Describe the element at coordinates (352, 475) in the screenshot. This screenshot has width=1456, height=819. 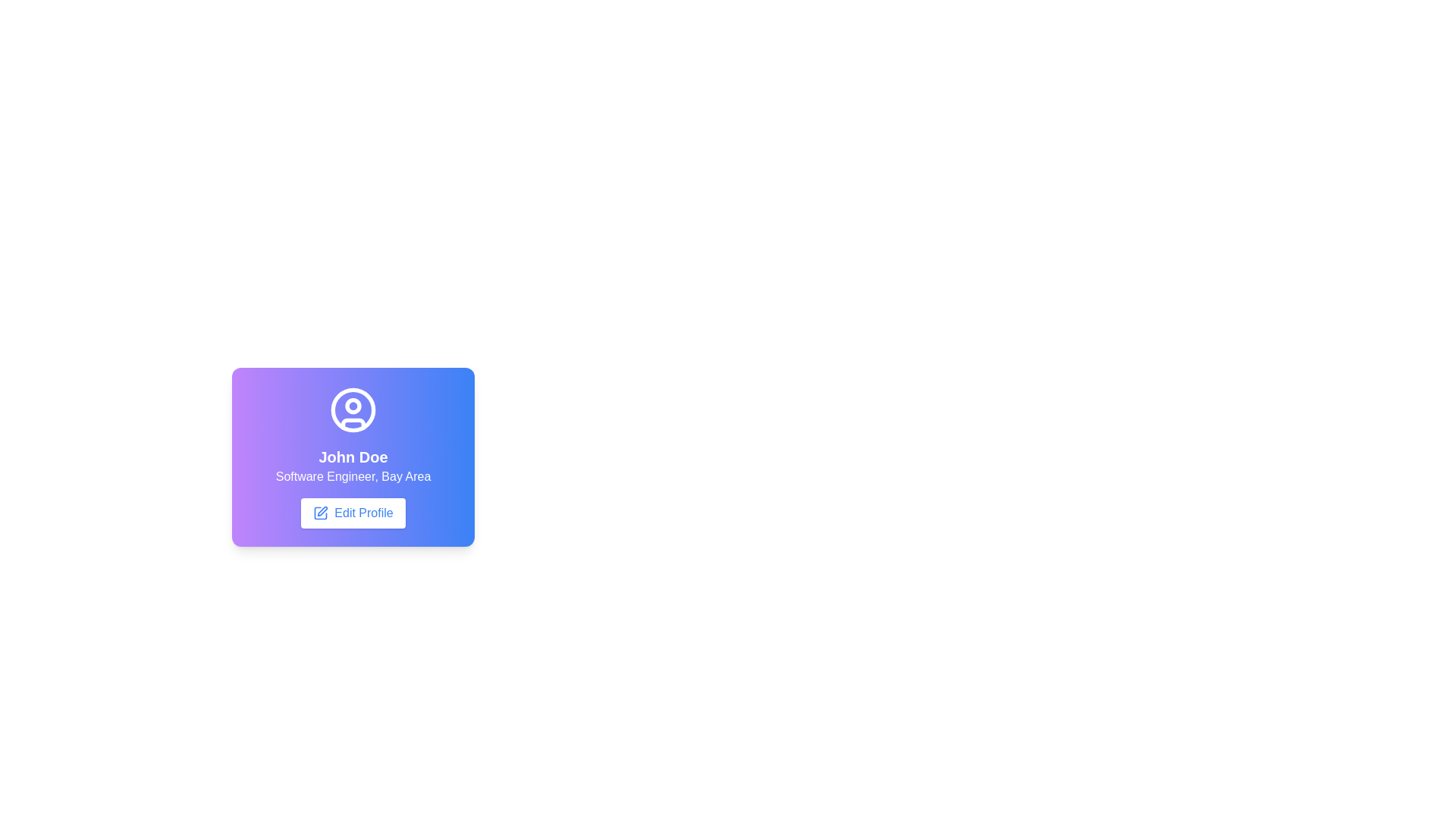
I see `the static text element indicating the profession and location associated with the profile view, located beneath 'John Doe' and above the 'Edit Profile' button` at that location.